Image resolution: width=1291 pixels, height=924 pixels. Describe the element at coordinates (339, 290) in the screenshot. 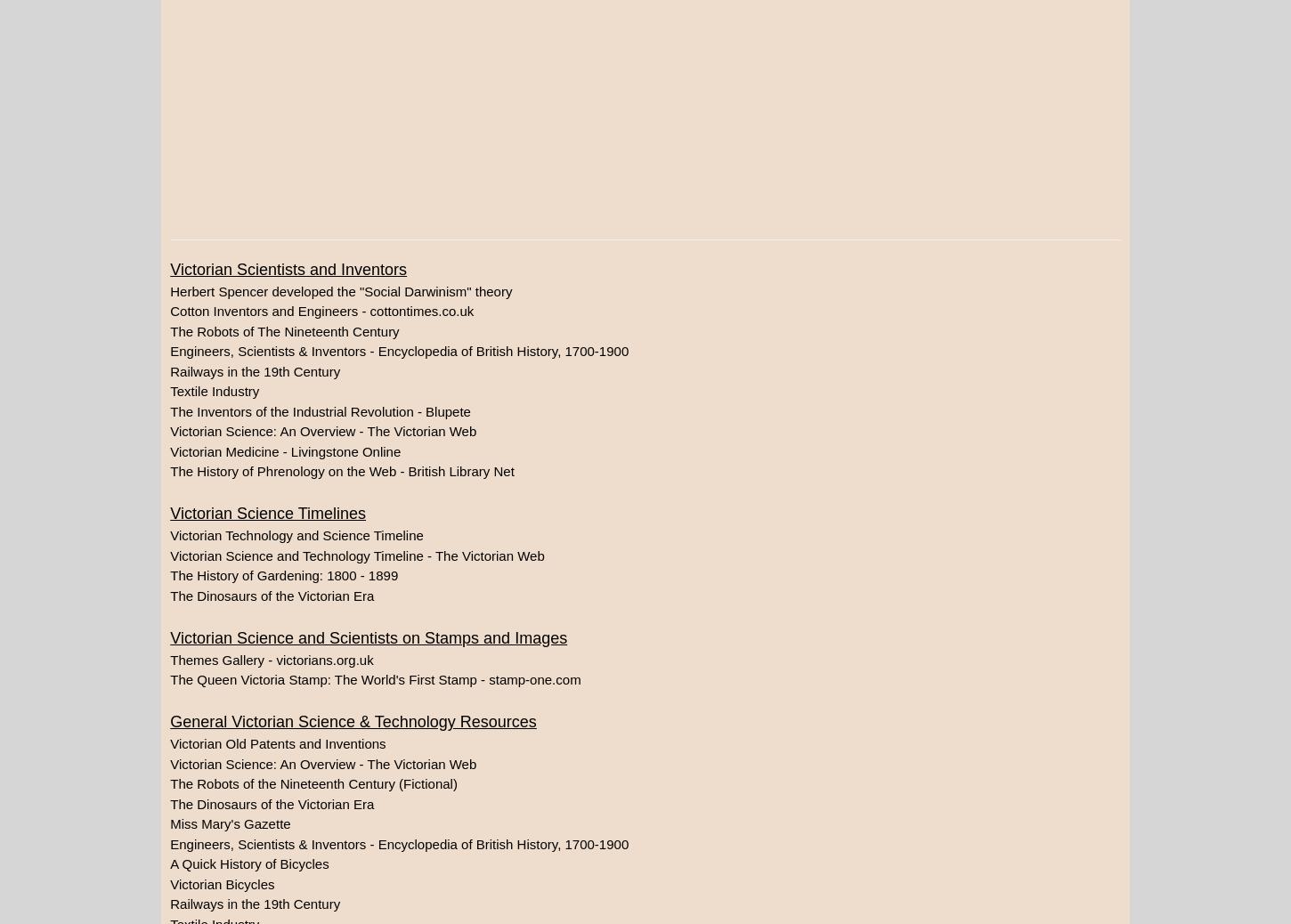

I see `'Herbert Spencer developed the "Social Darwinism" theory'` at that location.